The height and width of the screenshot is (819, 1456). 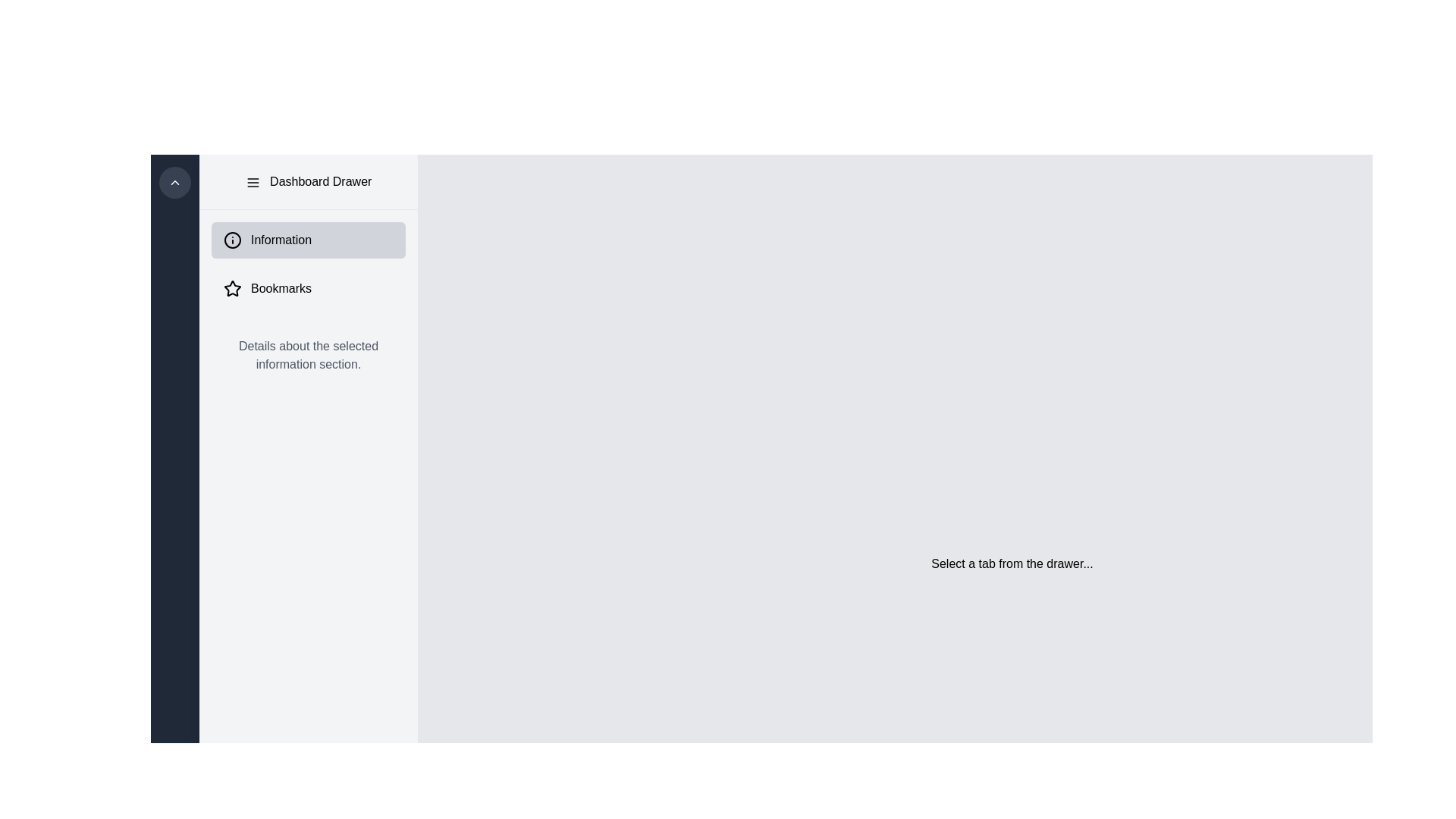 What do you see at coordinates (232, 239) in the screenshot?
I see `the circular graphical vector element within the 'Information' tab's icon section in the sidebar menu` at bounding box center [232, 239].